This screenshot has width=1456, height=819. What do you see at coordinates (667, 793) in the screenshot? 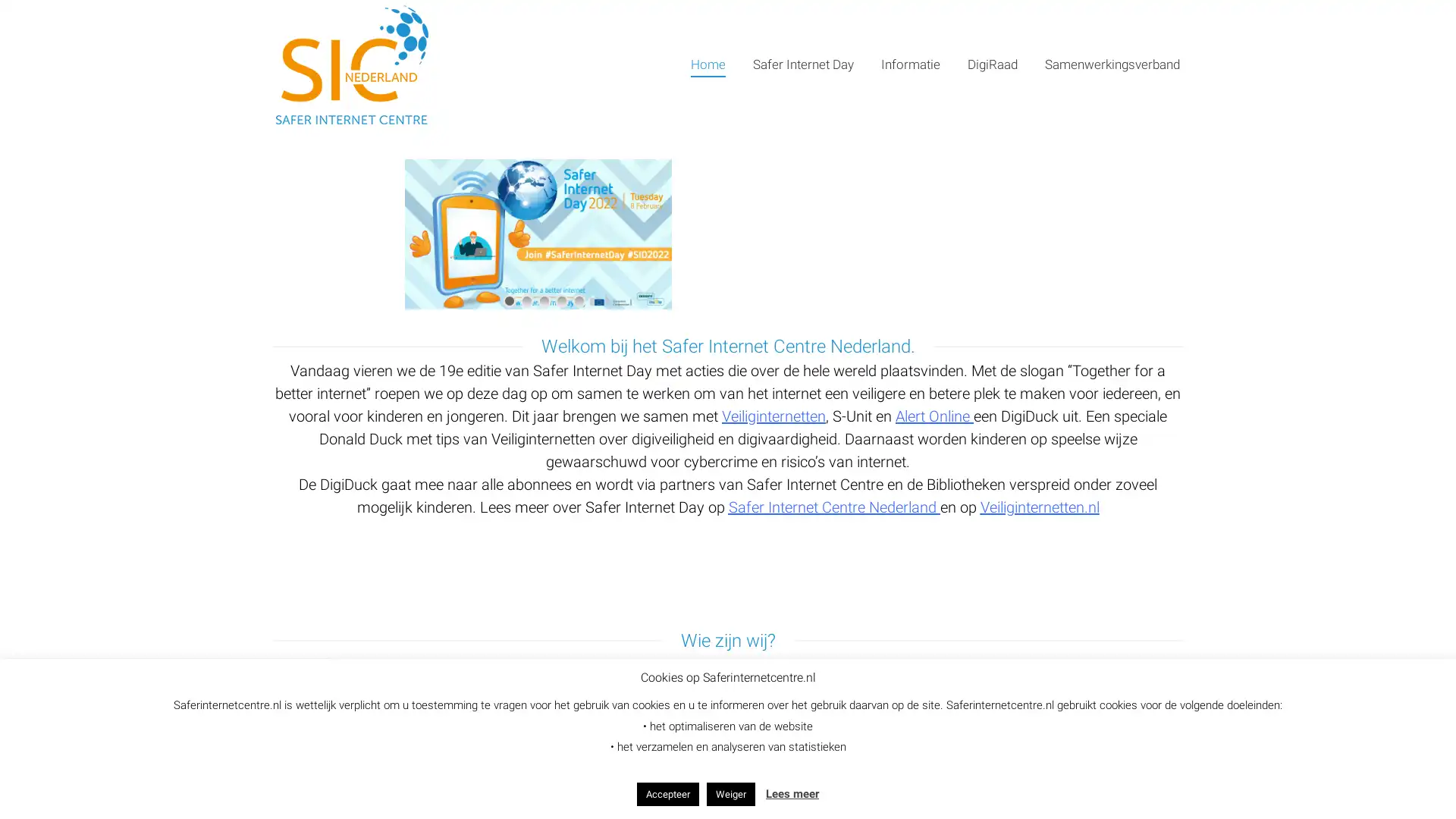
I see `Accepteer` at bounding box center [667, 793].